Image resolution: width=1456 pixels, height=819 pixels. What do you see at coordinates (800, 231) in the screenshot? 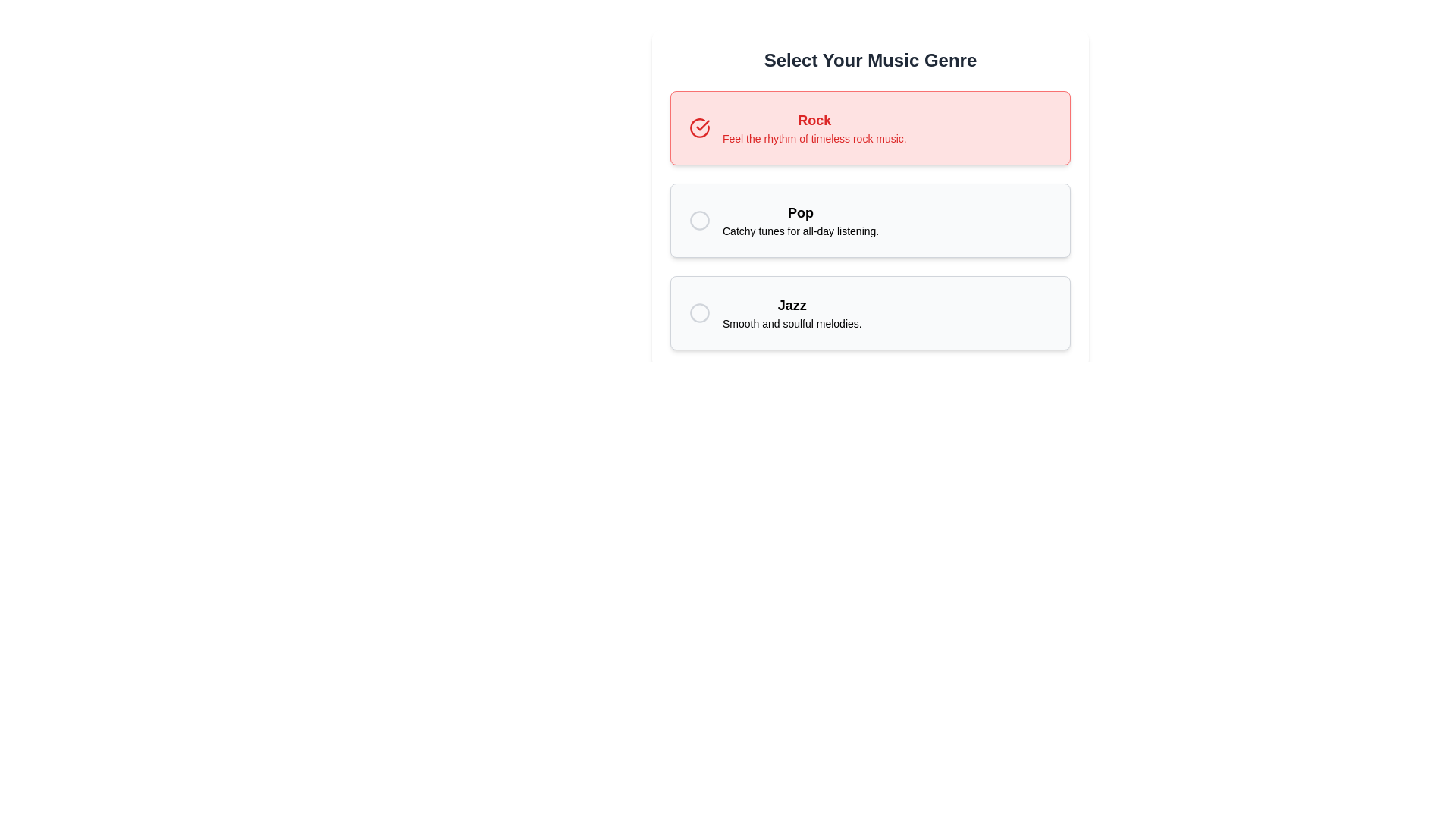
I see `the text that describes the 'Pop' music genre, which is positioned directly below the 'Pop' label inside an outlined box` at bounding box center [800, 231].